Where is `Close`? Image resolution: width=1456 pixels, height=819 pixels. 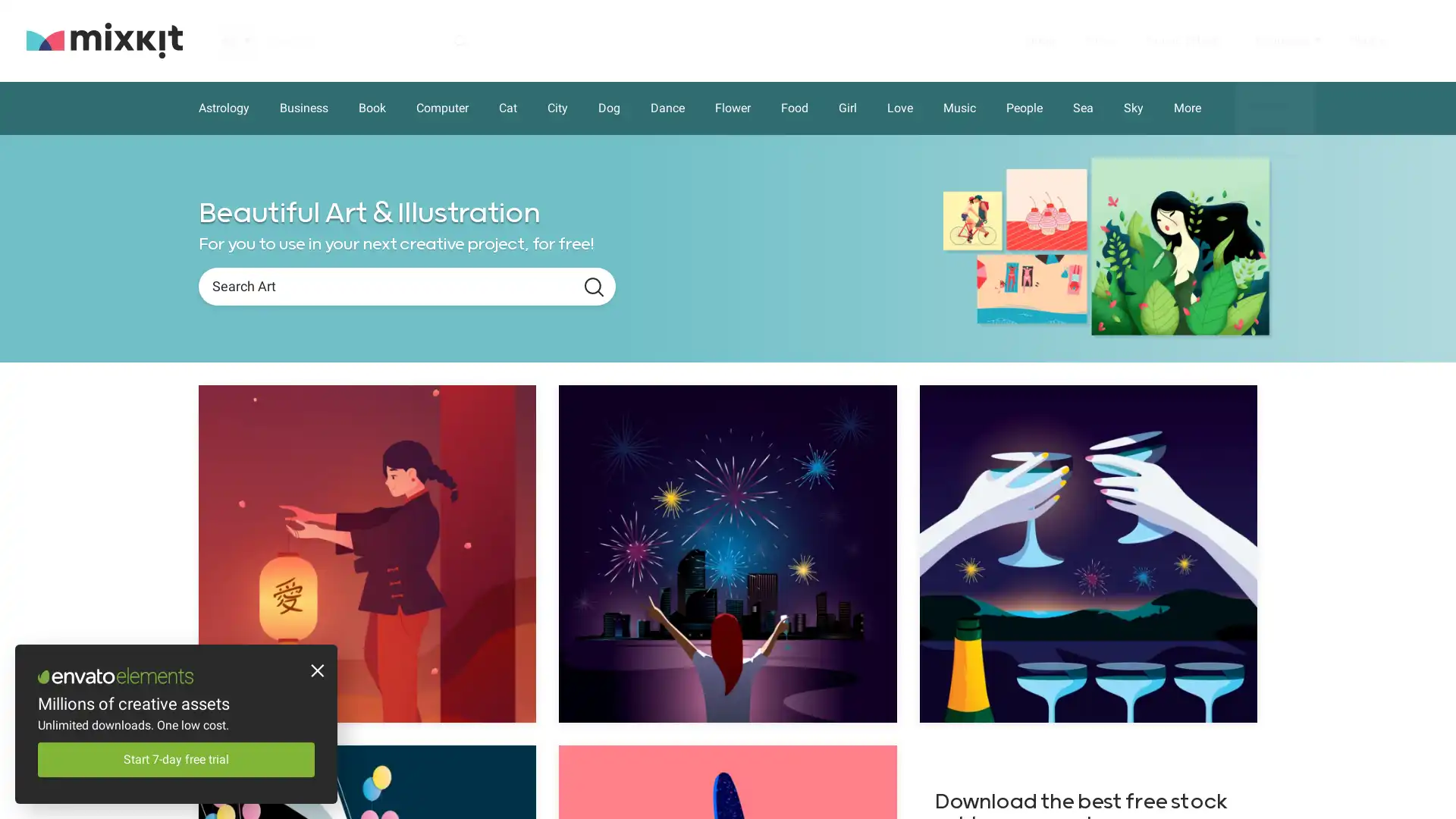 Close is located at coordinates (315, 672).